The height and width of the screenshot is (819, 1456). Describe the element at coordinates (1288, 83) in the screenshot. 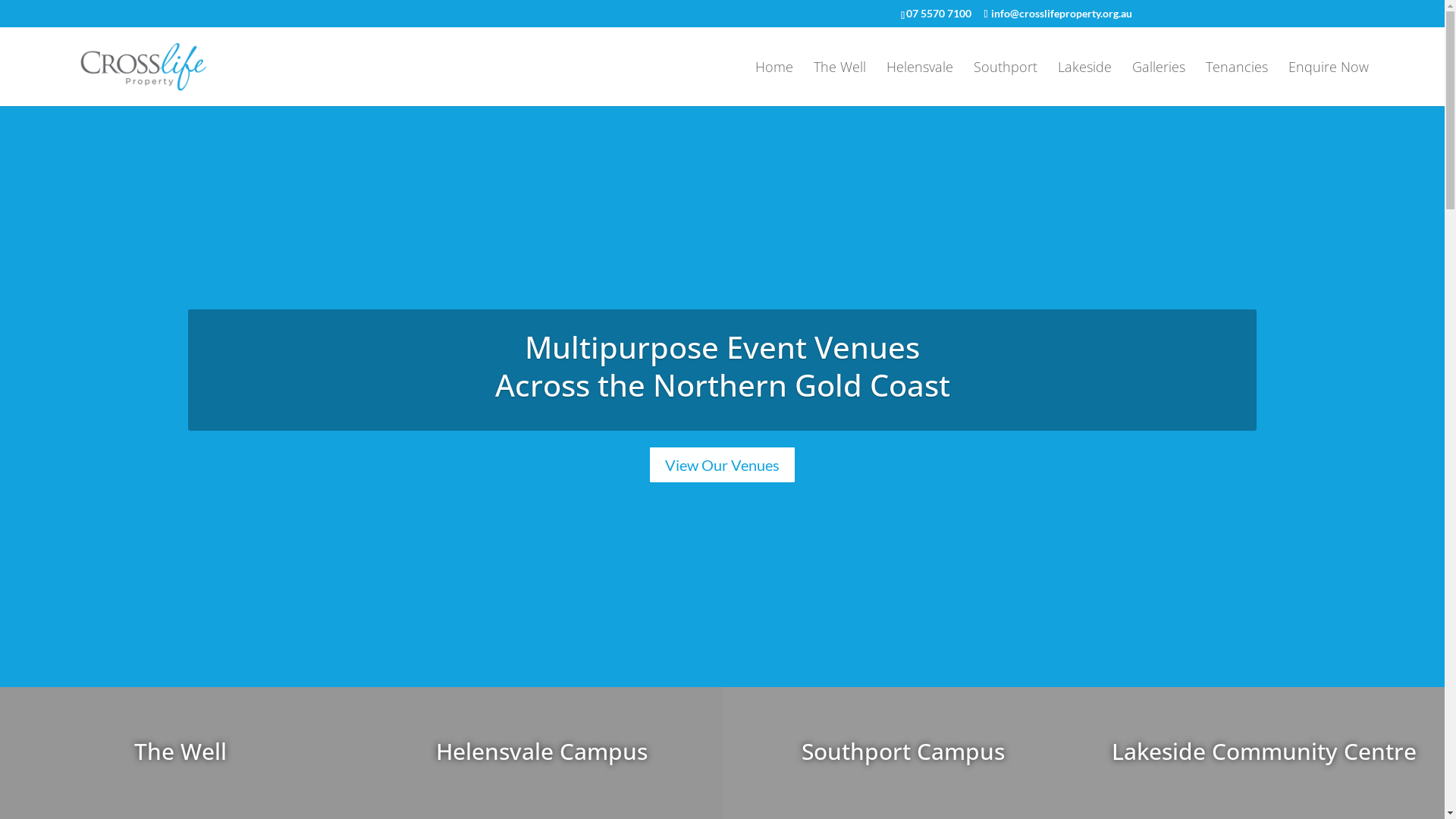

I see `'Enquire Now'` at that location.